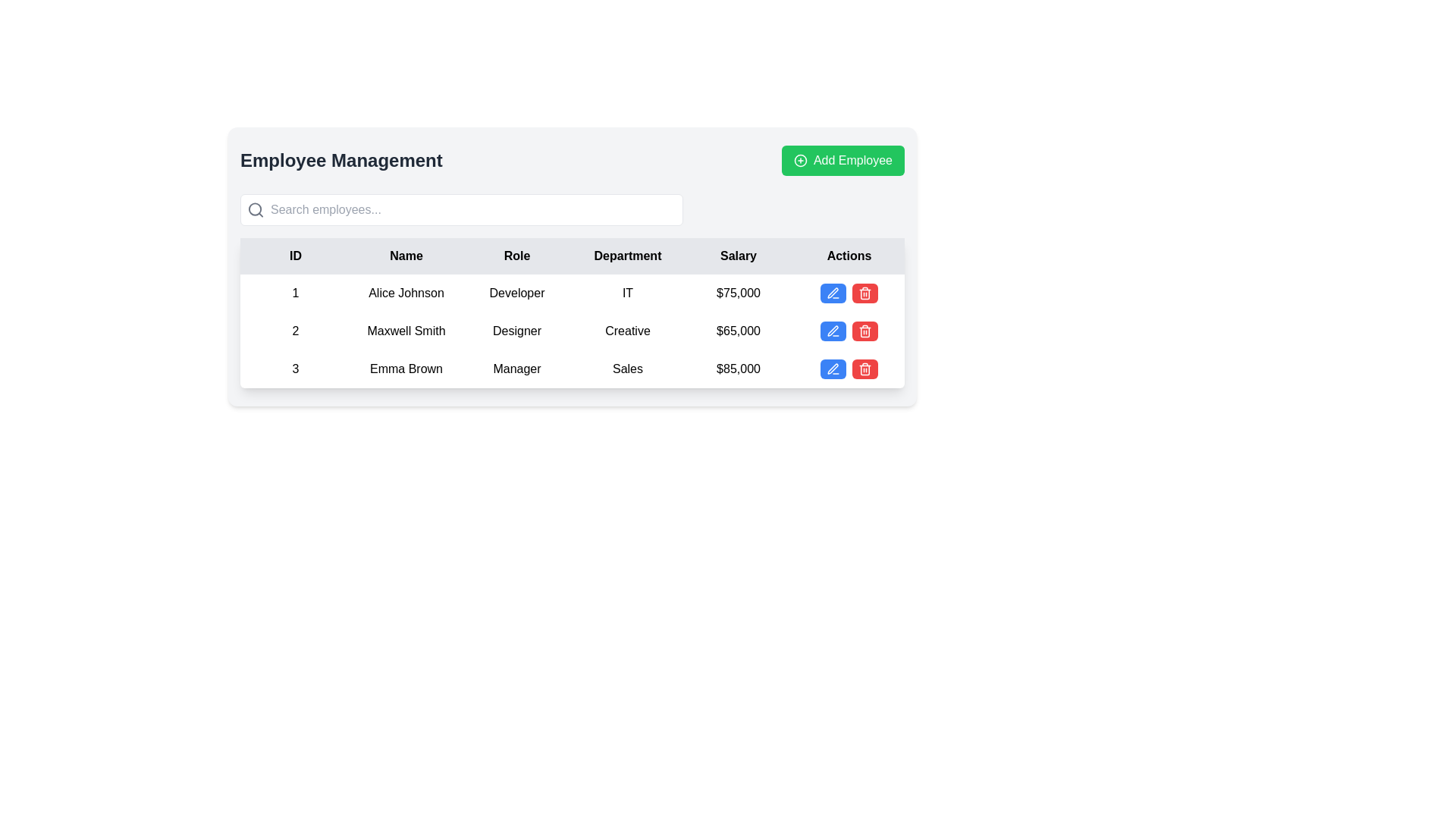 The image size is (1456, 819). Describe the element at coordinates (800, 161) in the screenshot. I see `the circular icon with a plus sign inside, located within the 'Add Employee' button at the top right corner of the main interface` at that location.